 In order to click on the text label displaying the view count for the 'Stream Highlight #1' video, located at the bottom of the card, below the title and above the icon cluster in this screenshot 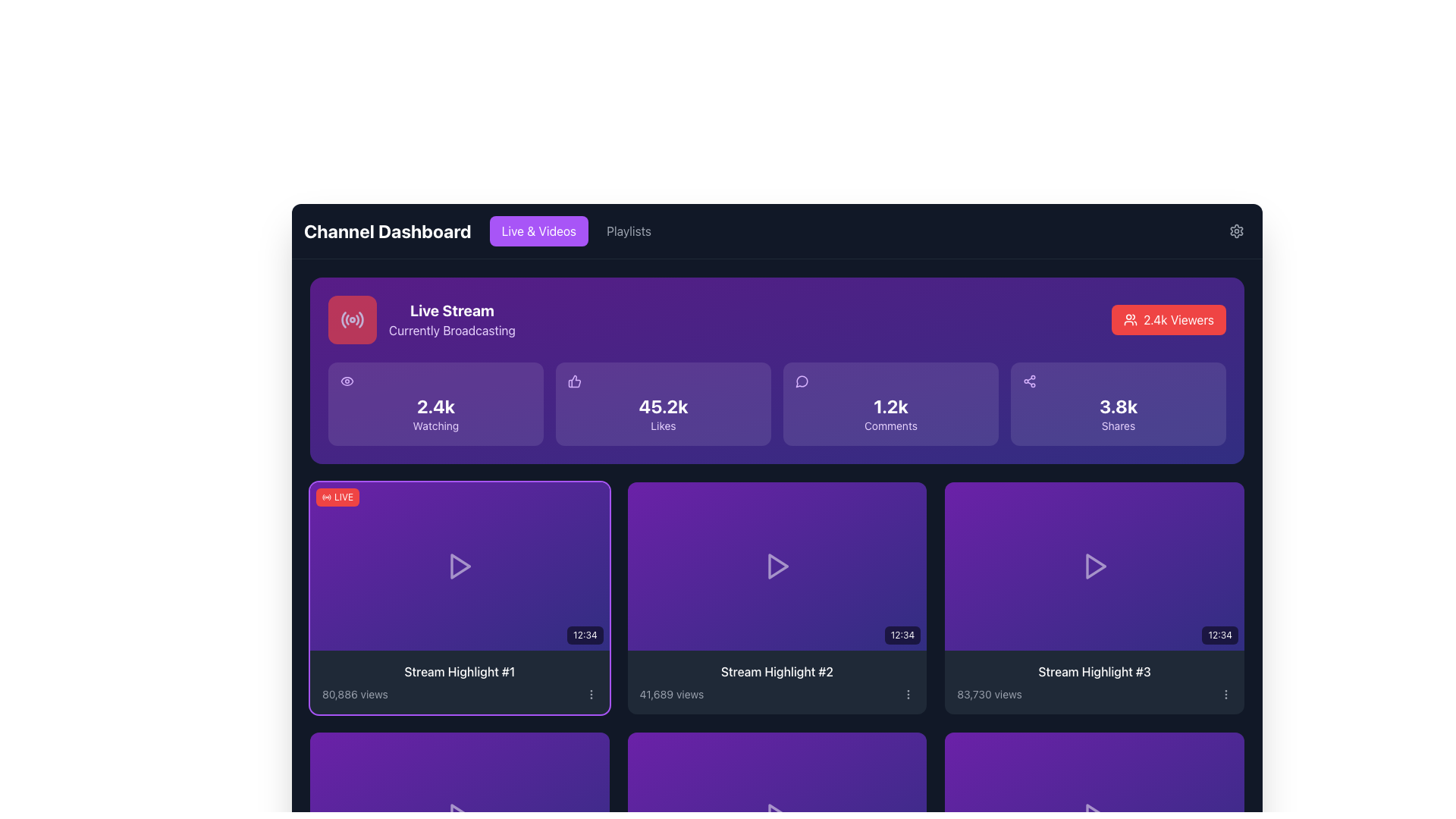, I will do `click(354, 694)`.